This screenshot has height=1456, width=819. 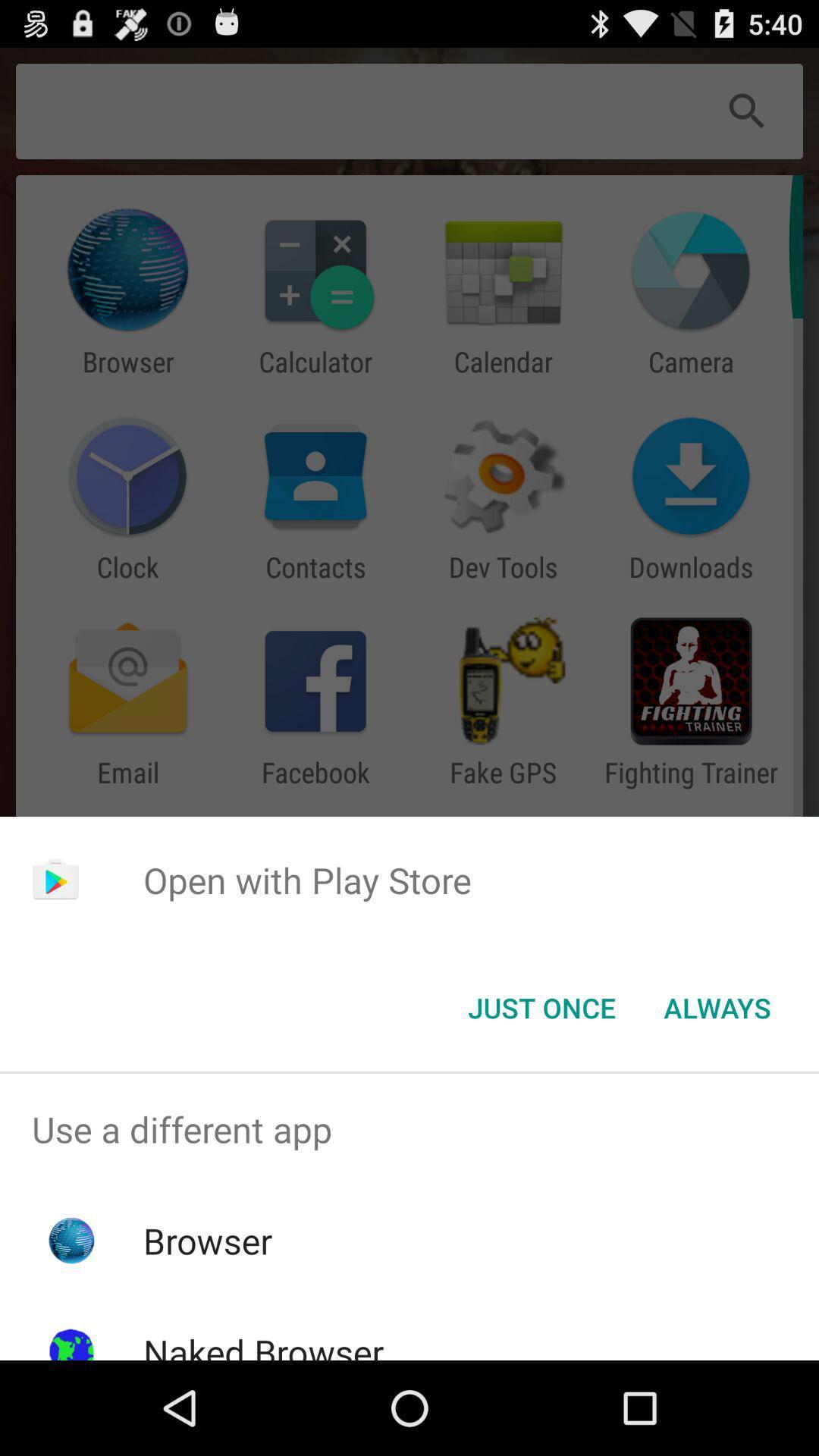 What do you see at coordinates (717, 1008) in the screenshot?
I see `the item next to the just once icon` at bounding box center [717, 1008].